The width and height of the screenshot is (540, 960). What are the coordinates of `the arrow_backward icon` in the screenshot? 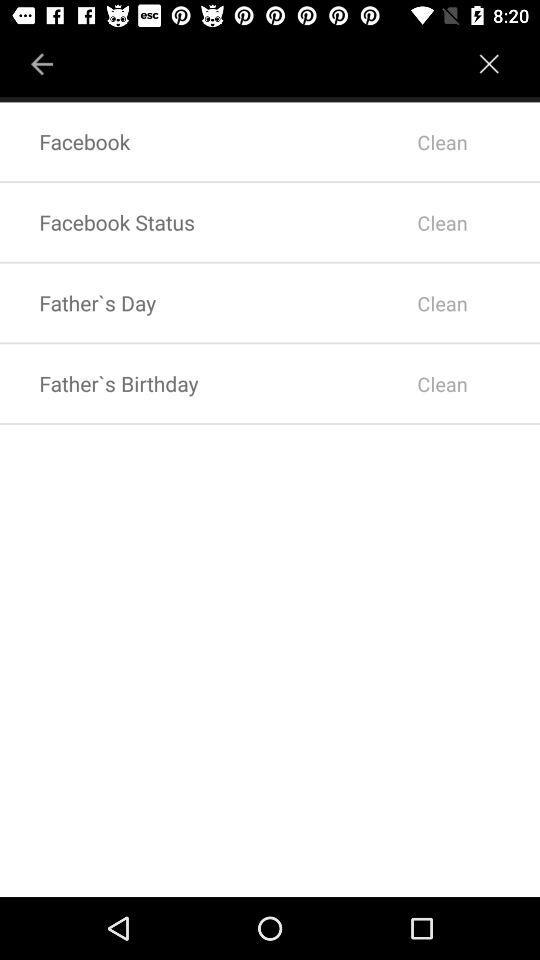 It's located at (42, 56).